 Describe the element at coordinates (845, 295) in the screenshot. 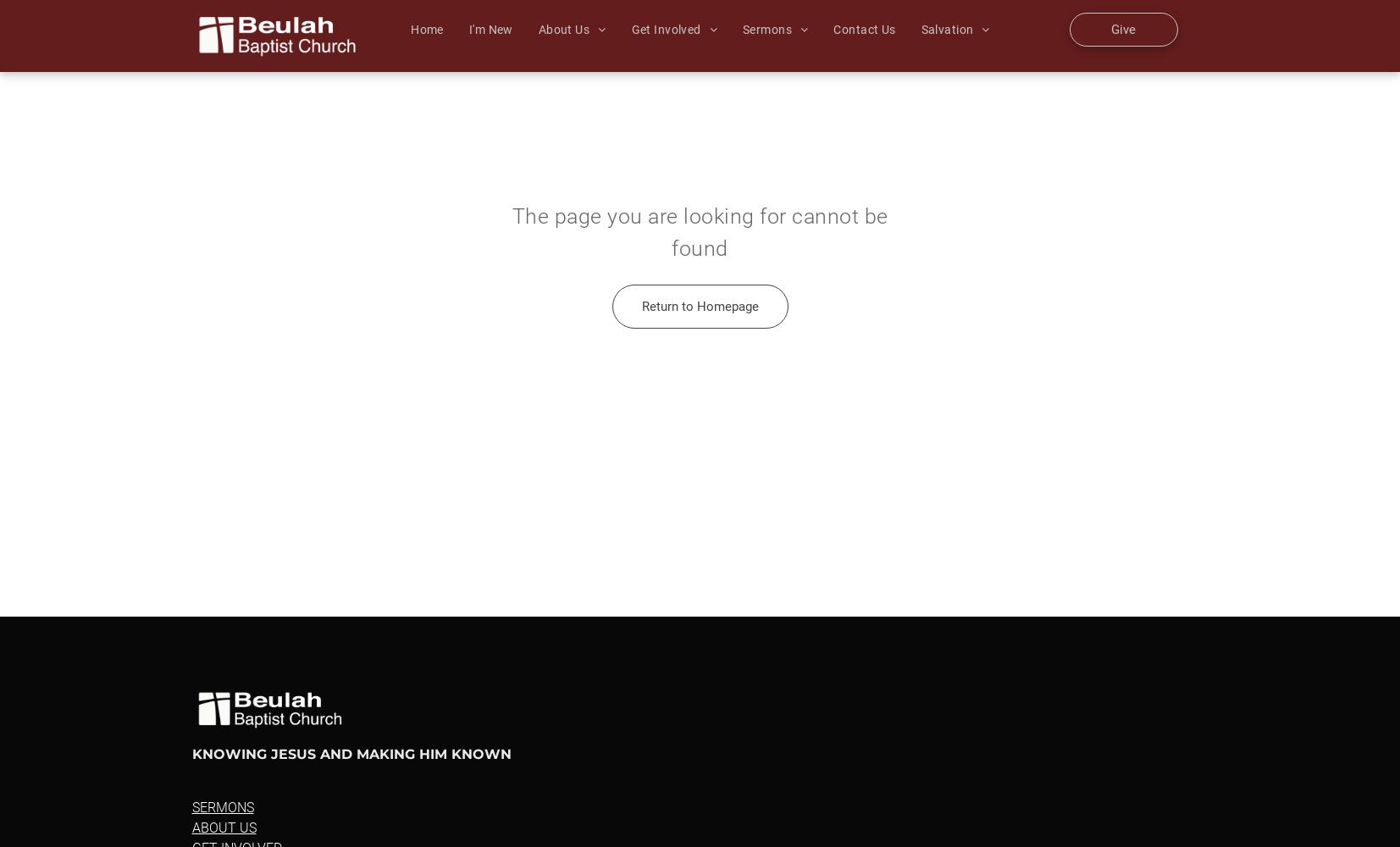

I see `'Food Pantry'` at that location.